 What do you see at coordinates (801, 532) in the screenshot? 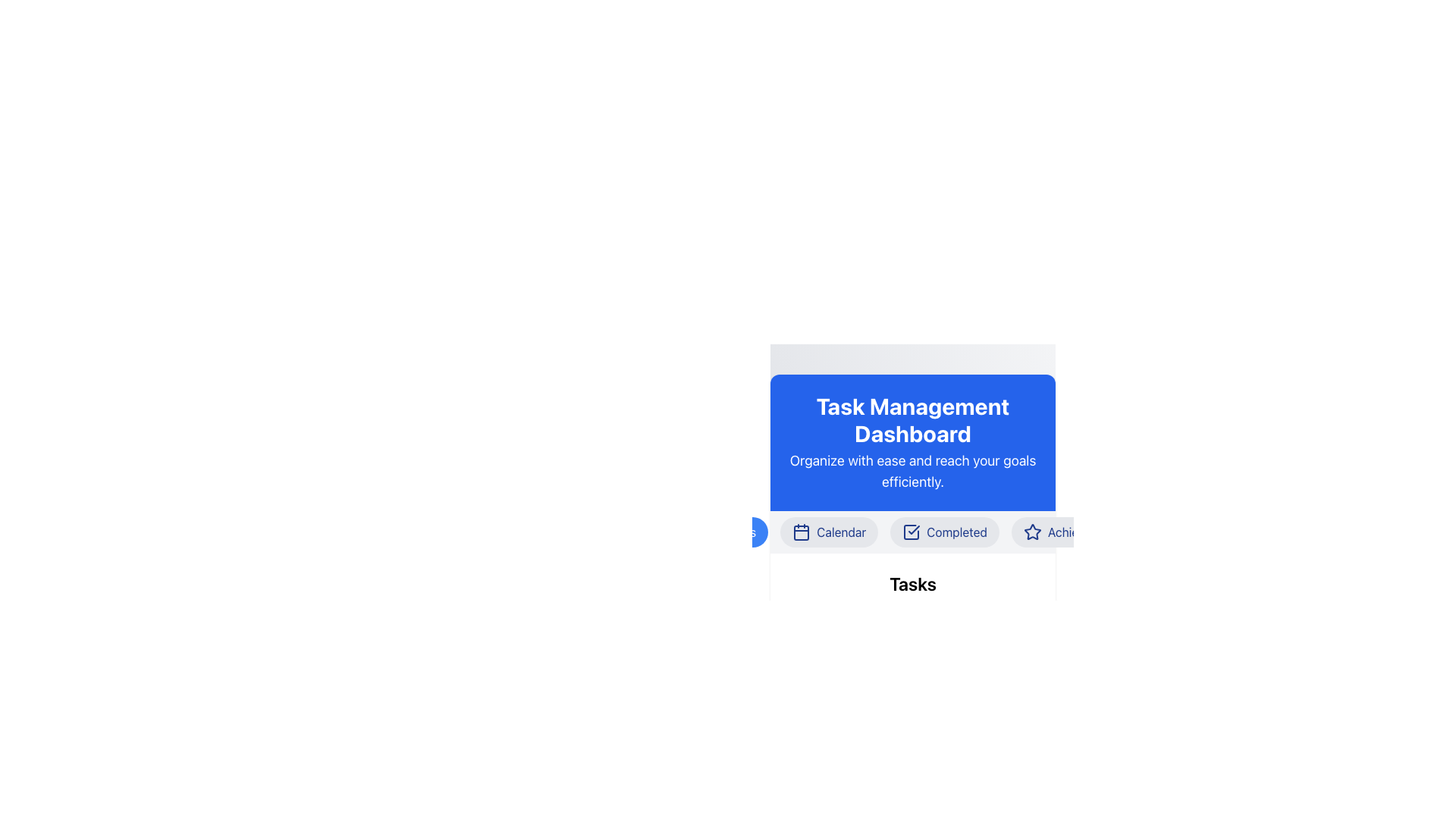
I see `the blue calendar icon, which is the leftmost icon in the horizontal set of buttons beneath the 'Task Management Dashboard' header` at bounding box center [801, 532].